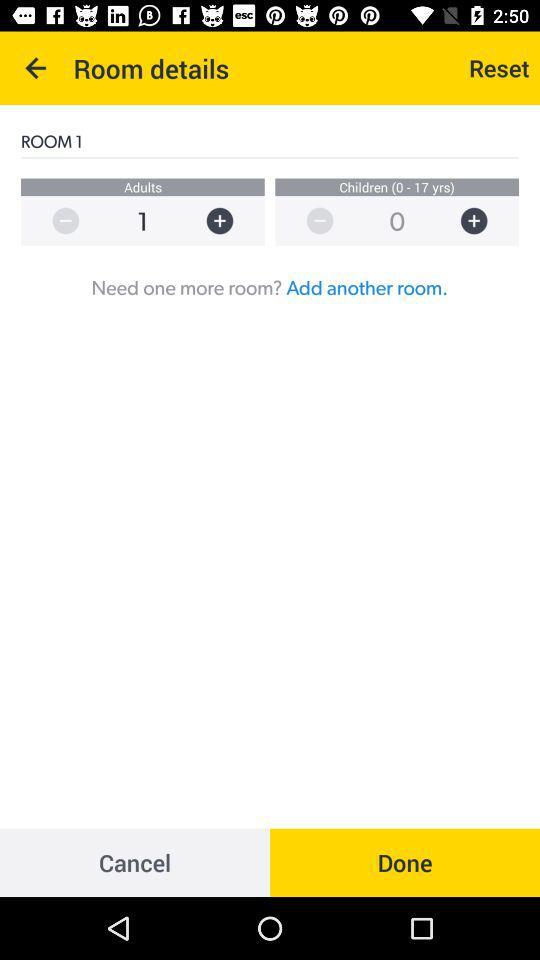  What do you see at coordinates (228, 221) in the screenshot?
I see `increase by 1` at bounding box center [228, 221].